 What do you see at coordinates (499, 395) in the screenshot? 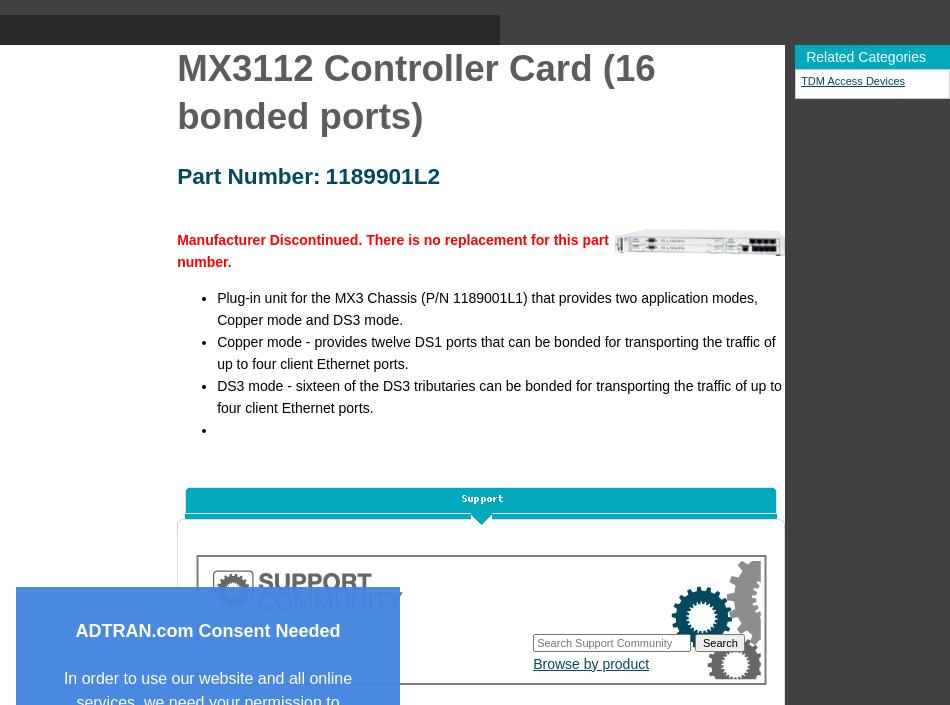
I see `'DS3 mode - sixteen of the DS3 tributaries can be bonded for transporting the traffic of up to four client Ethernet ports.'` at bounding box center [499, 395].